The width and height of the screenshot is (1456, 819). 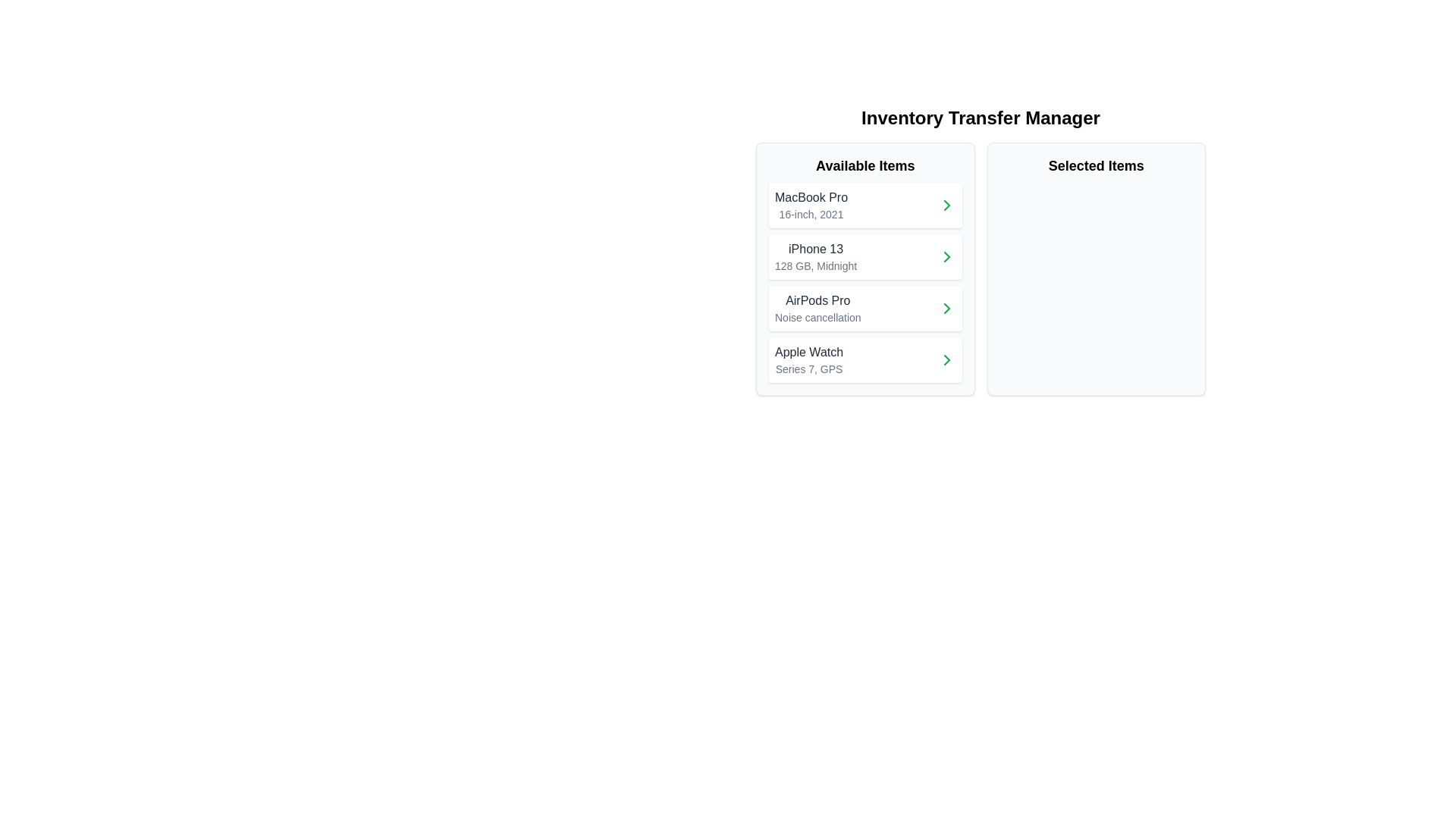 I want to click on the text label displaying 'Selected Items', which is a bold, large font title on a white background within the upper section of its card, so click(x=1096, y=166).